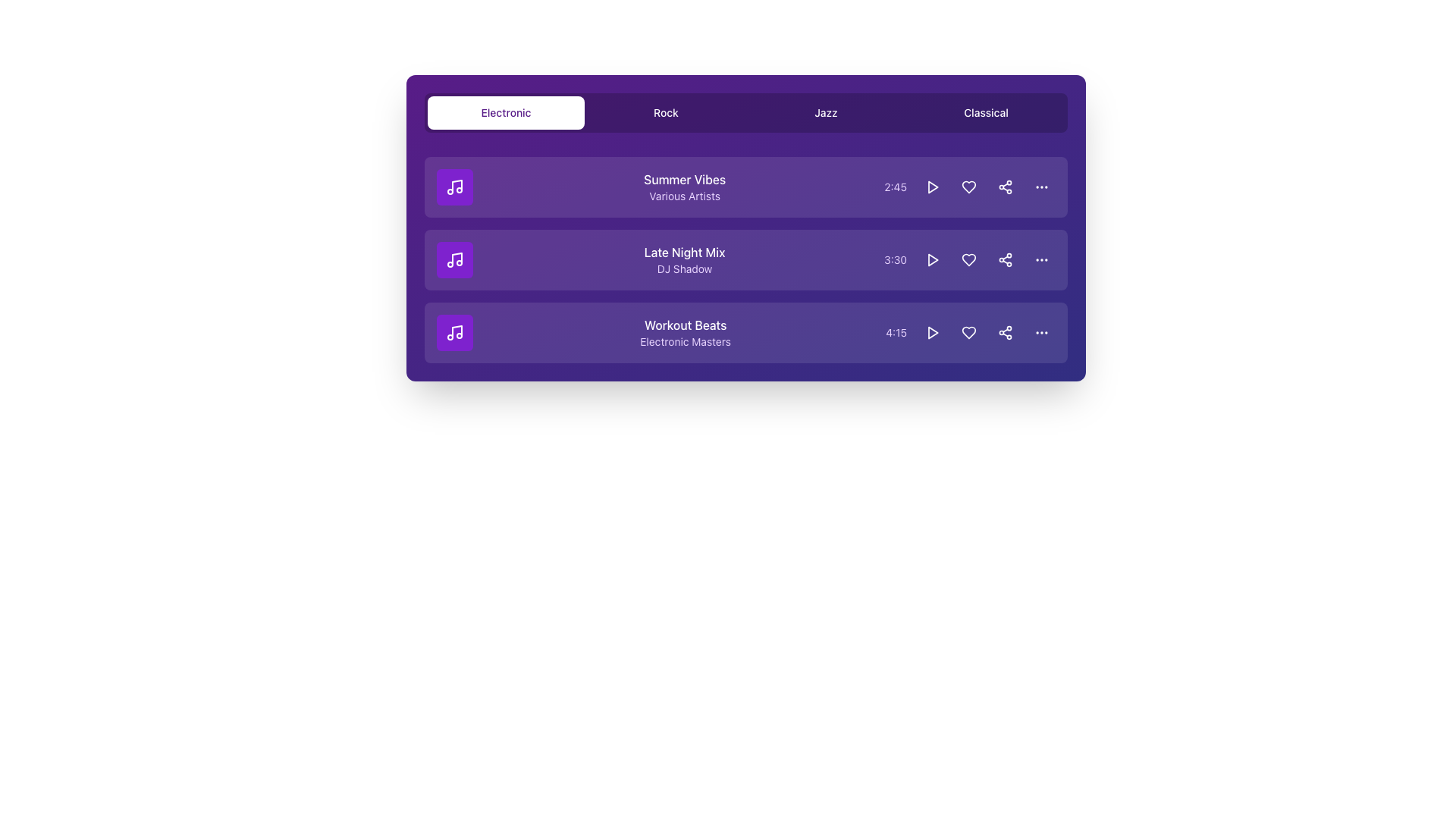 The image size is (1456, 819). What do you see at coordinates (685, 342) in the screenshot?
I see `displayed text of the text label element showing 'Electronic Masters' in light purple against a dark purple background, located below 'Workout Beats' in the list view` at bounding box center [685, 342].